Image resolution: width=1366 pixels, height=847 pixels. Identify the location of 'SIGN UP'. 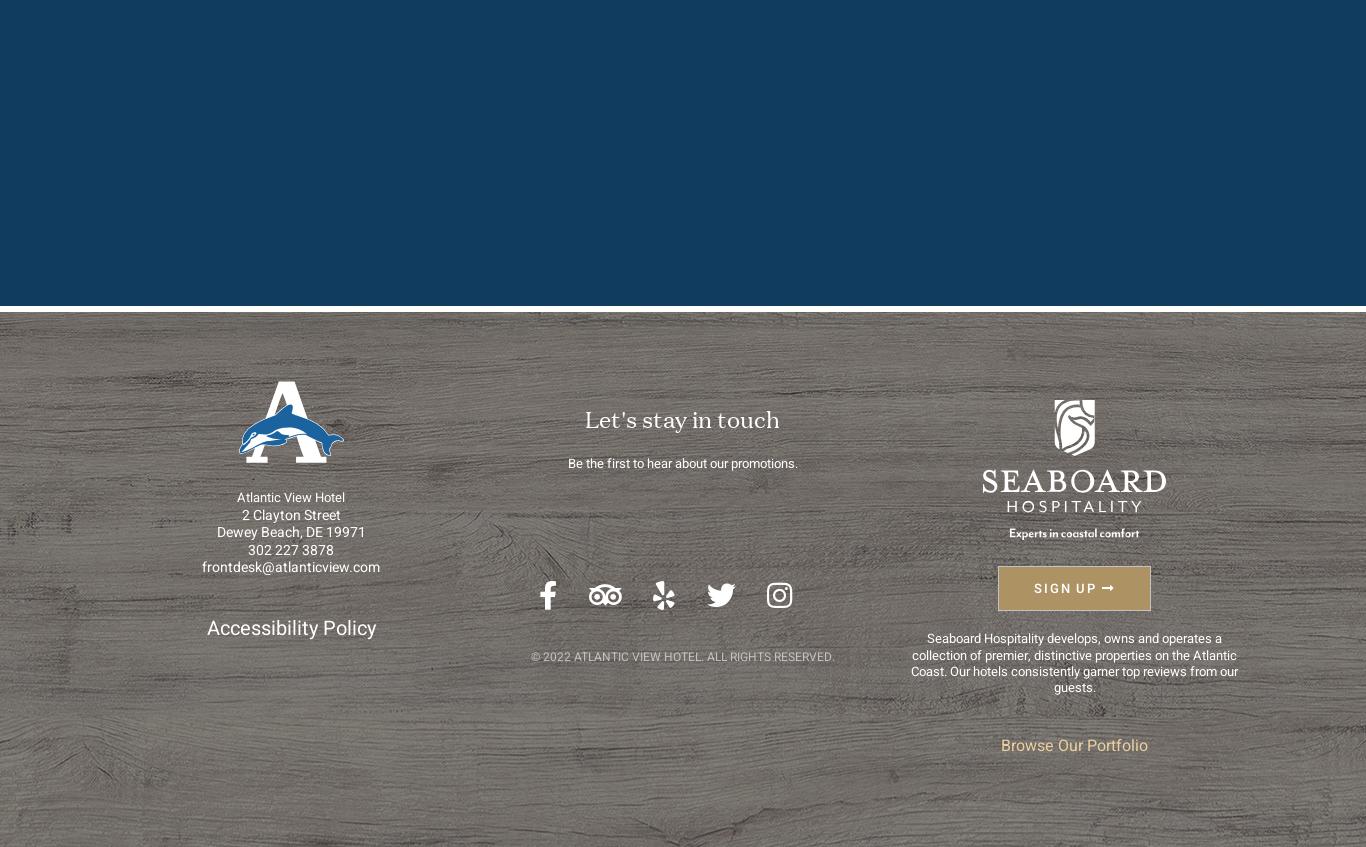
(1031, 588).